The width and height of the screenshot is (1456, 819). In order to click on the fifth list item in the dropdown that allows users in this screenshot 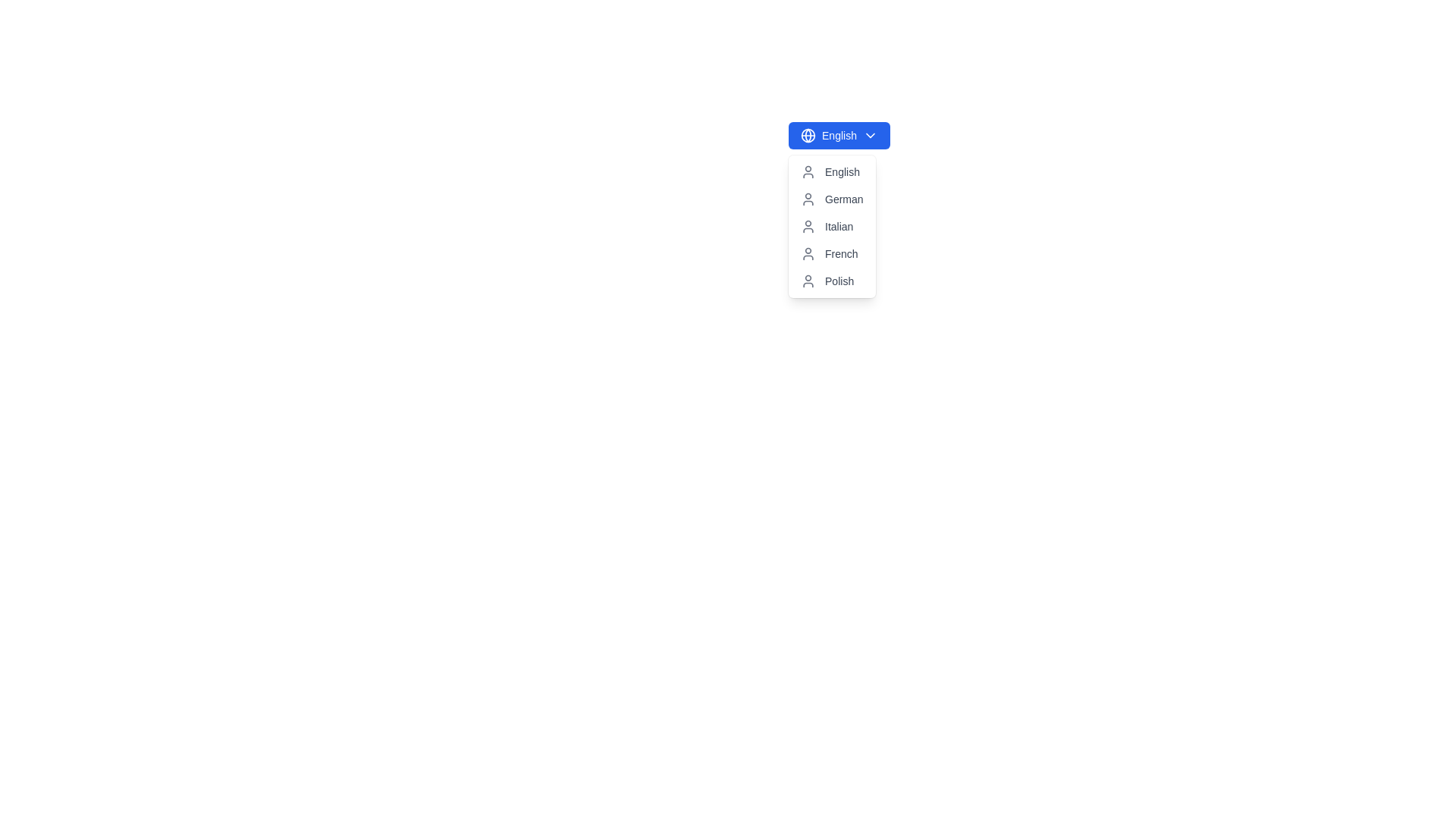, I will do `click(831, 281)`.